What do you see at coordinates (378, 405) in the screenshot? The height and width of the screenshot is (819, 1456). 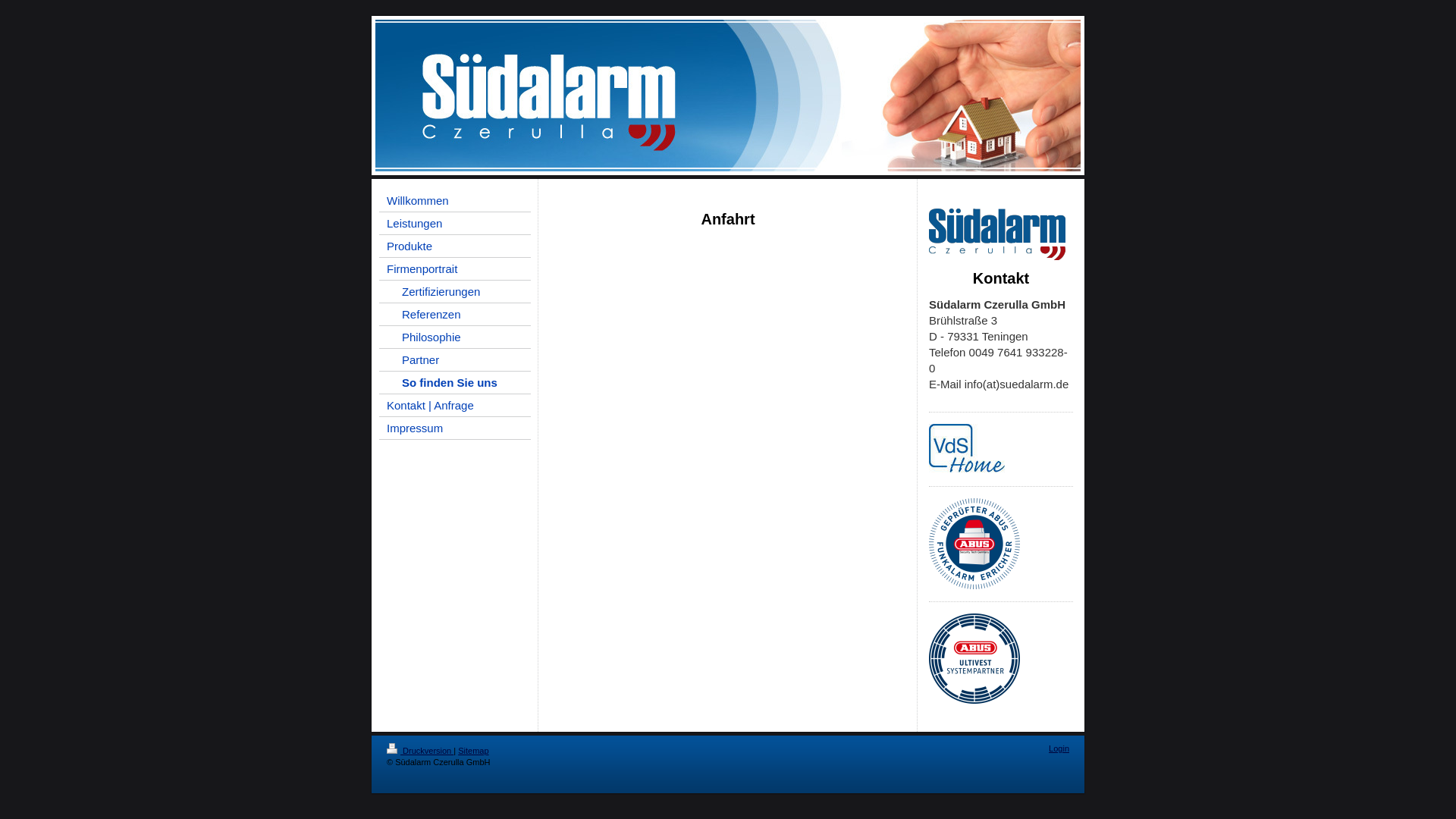 I see `'Kontakt | Anfrage'` at bounding box center [378, 405].